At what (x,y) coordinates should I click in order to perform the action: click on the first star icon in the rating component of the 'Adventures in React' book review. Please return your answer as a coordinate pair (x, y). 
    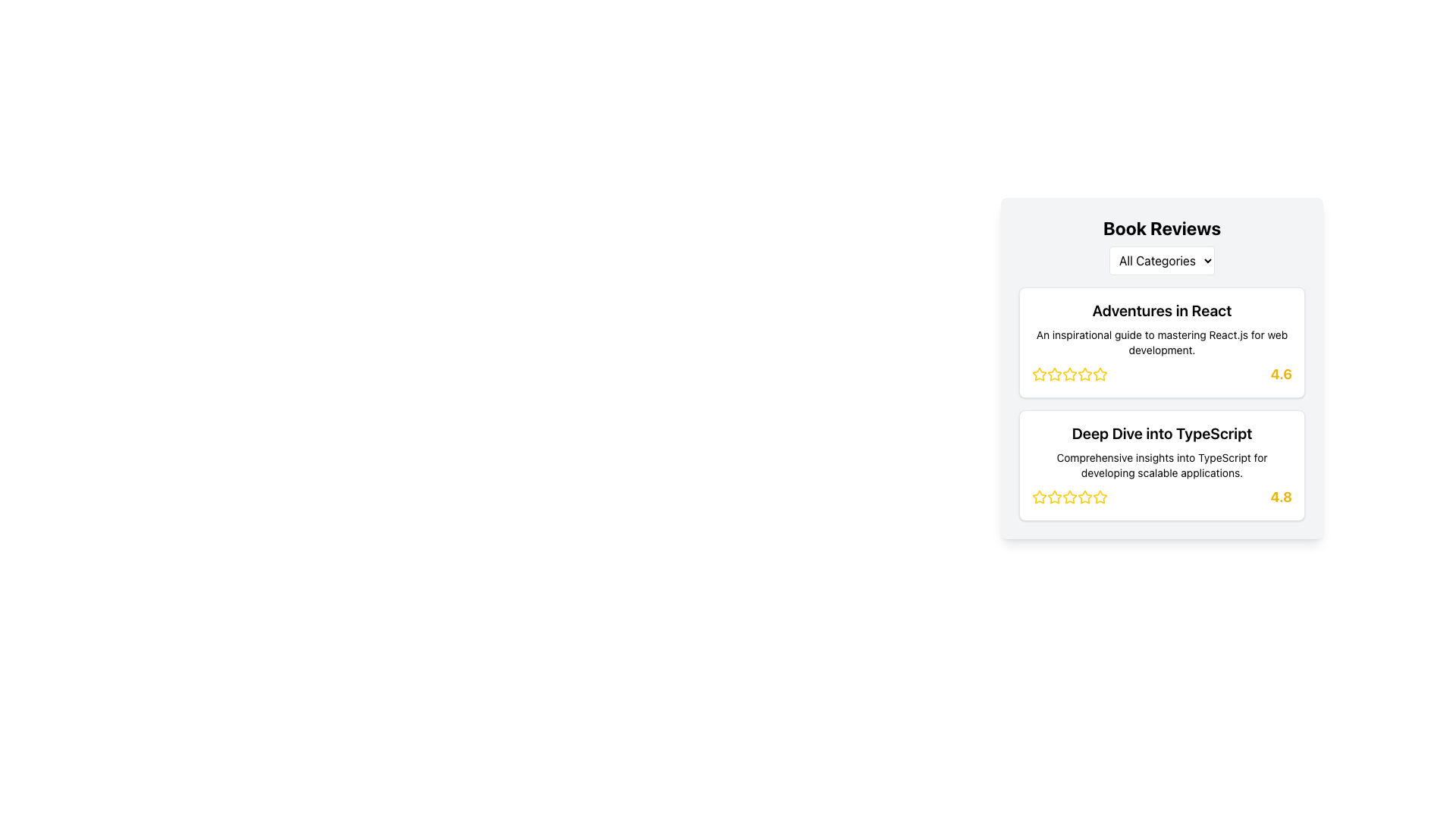
    Looking at the image, I should click on (1039, 374).